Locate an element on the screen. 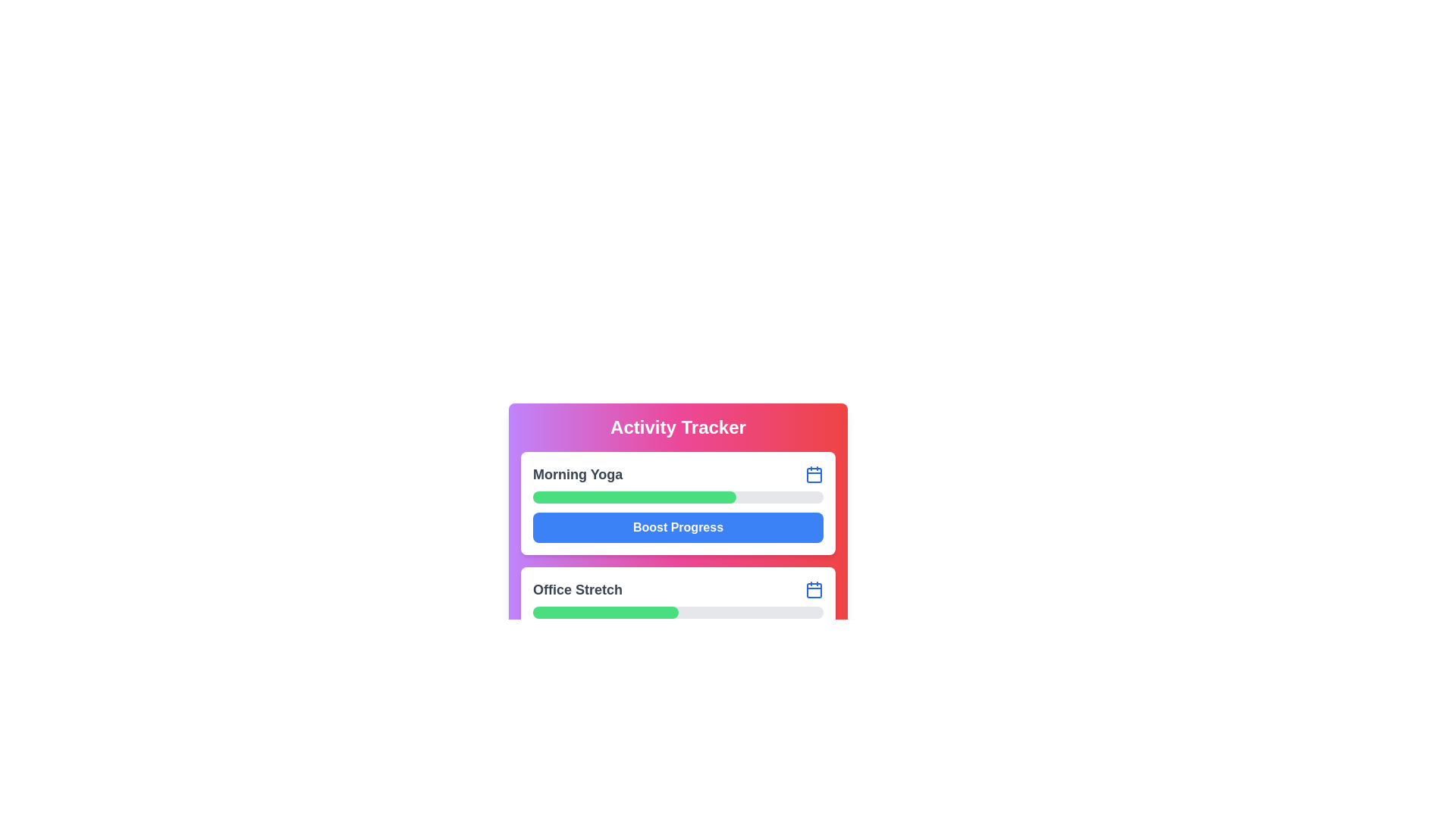 The height and width of the screenshot is (819, 1456). the horizontal progress bar with a light gray background and green filled portion, located below the 'Morning Yoga' header text and above the 'Boost Progress' button is located at coordinates (677, 497).